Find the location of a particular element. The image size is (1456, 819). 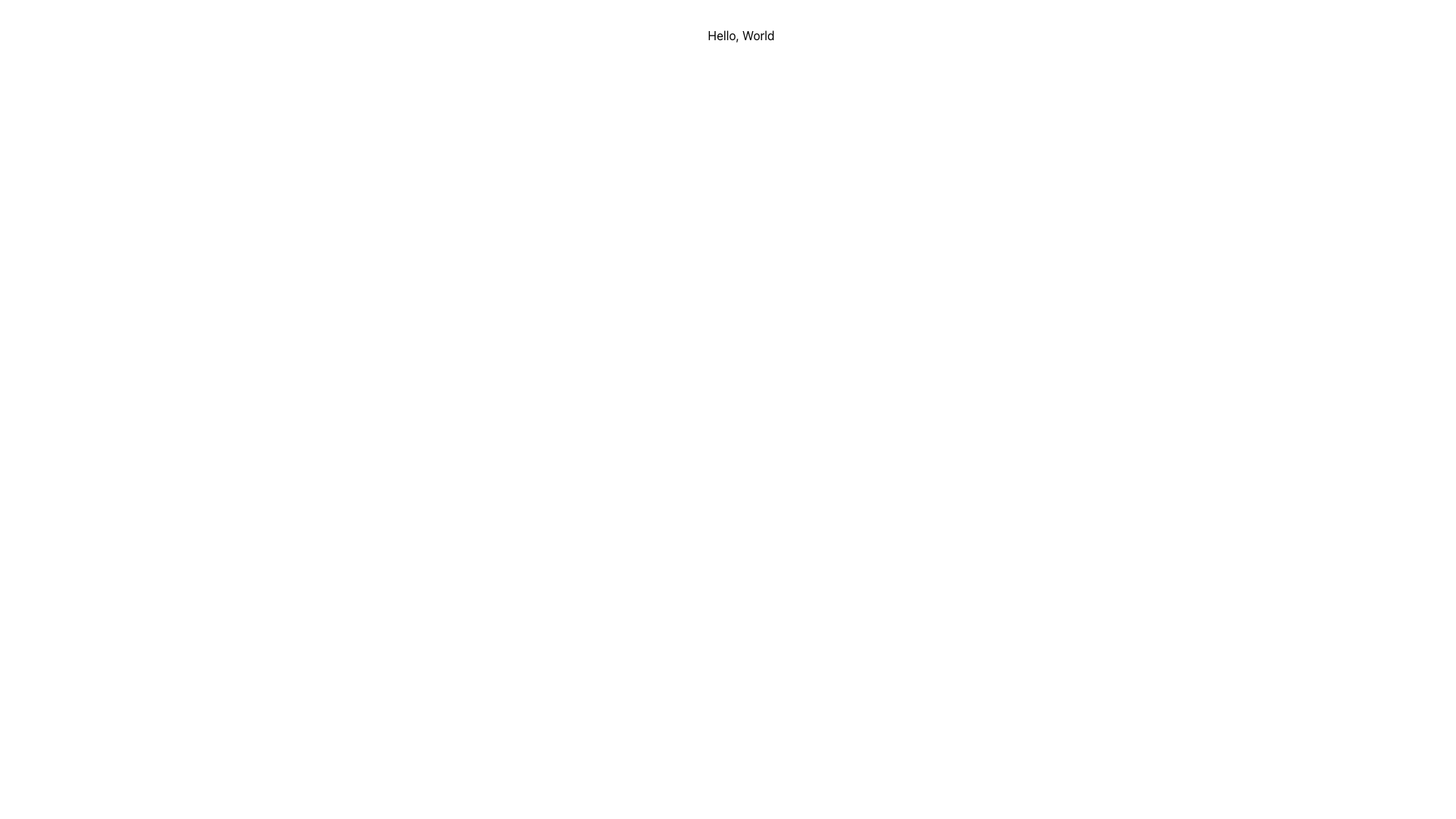

the text element displaying 'Hello, World', which is centered at the top of the interface is located at coordinates (741, 34).